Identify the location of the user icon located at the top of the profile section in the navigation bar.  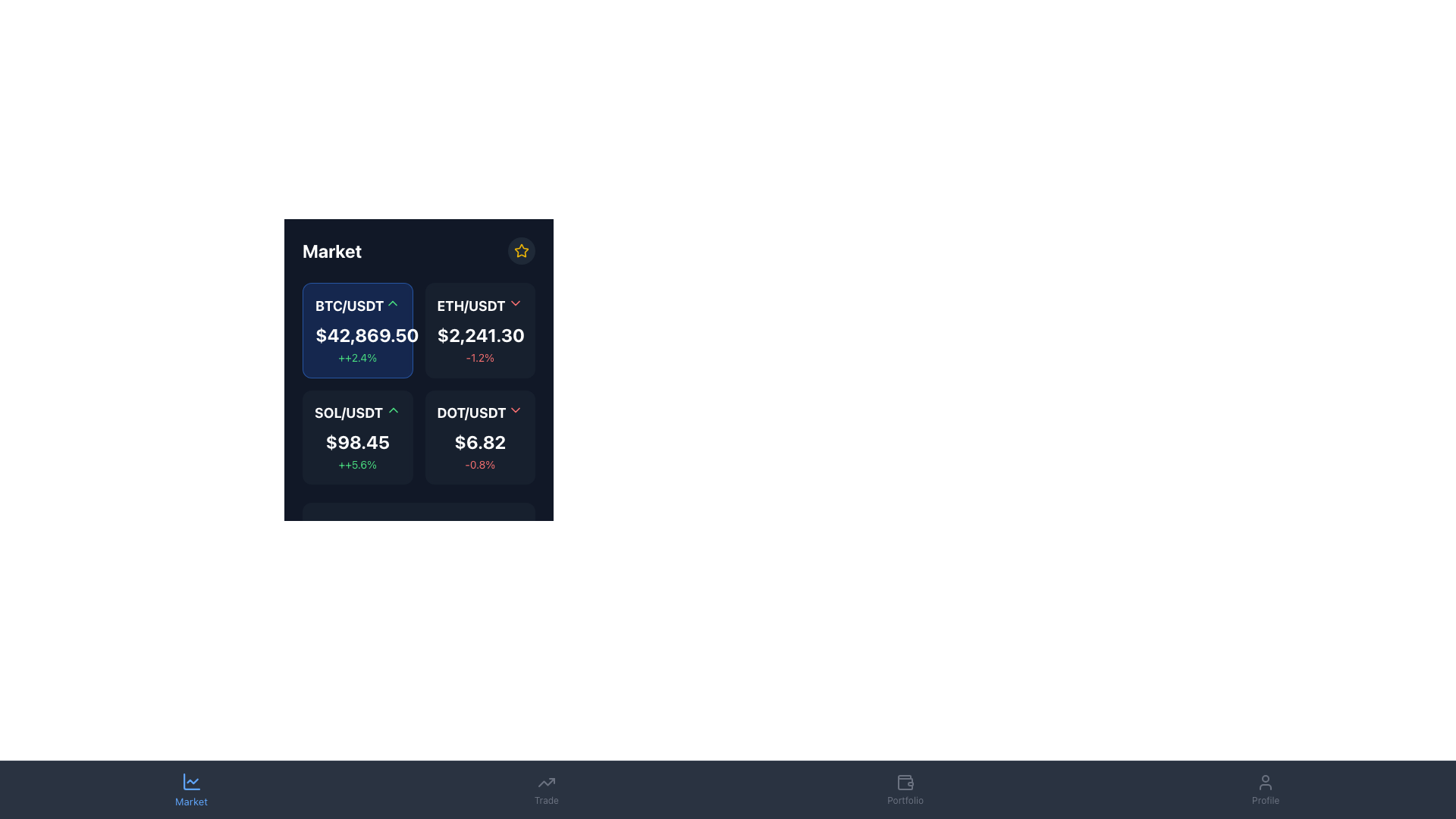
(1266, 783).